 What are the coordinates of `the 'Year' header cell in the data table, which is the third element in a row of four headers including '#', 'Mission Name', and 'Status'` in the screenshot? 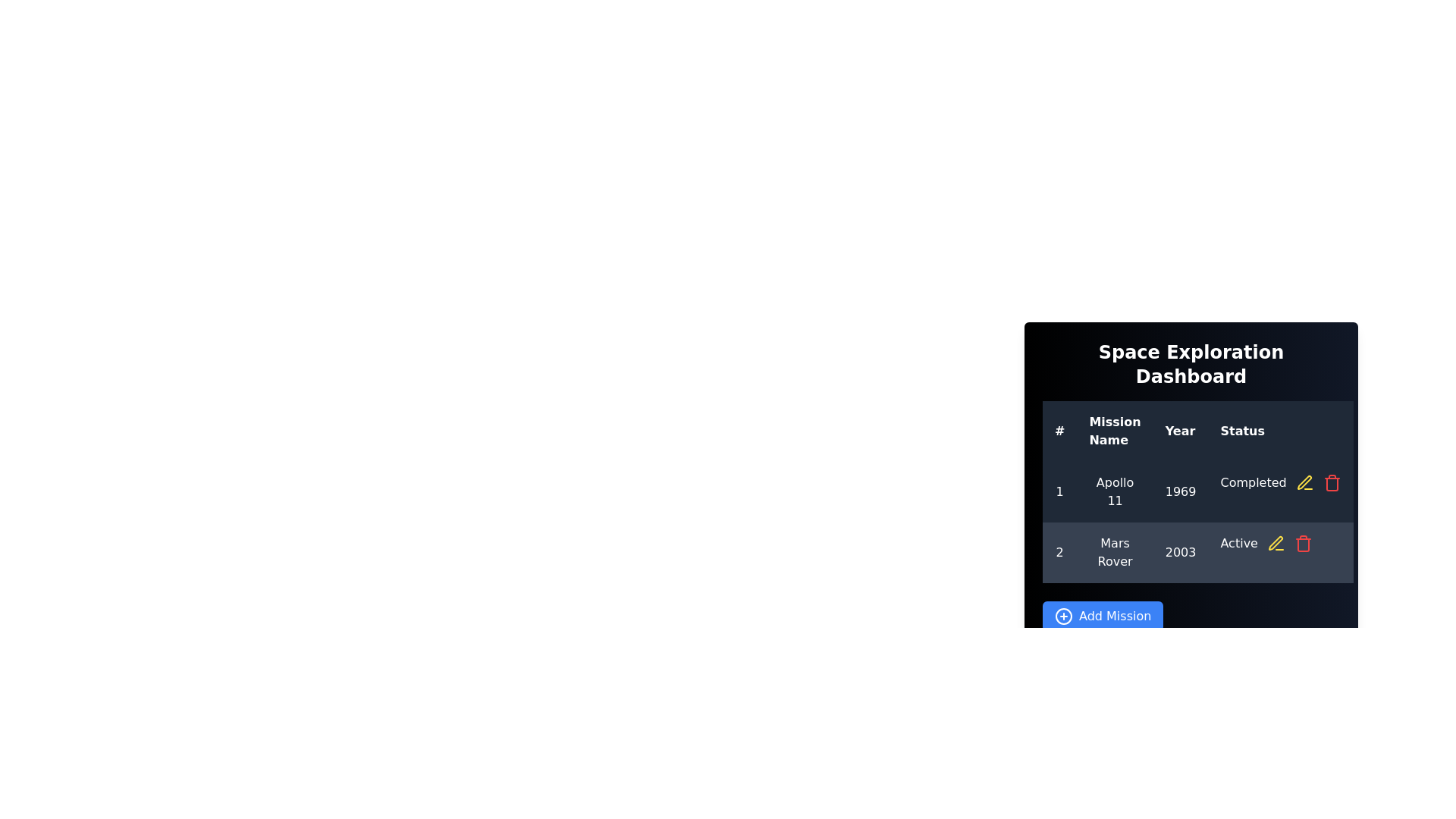 It's located at (1180, 431).